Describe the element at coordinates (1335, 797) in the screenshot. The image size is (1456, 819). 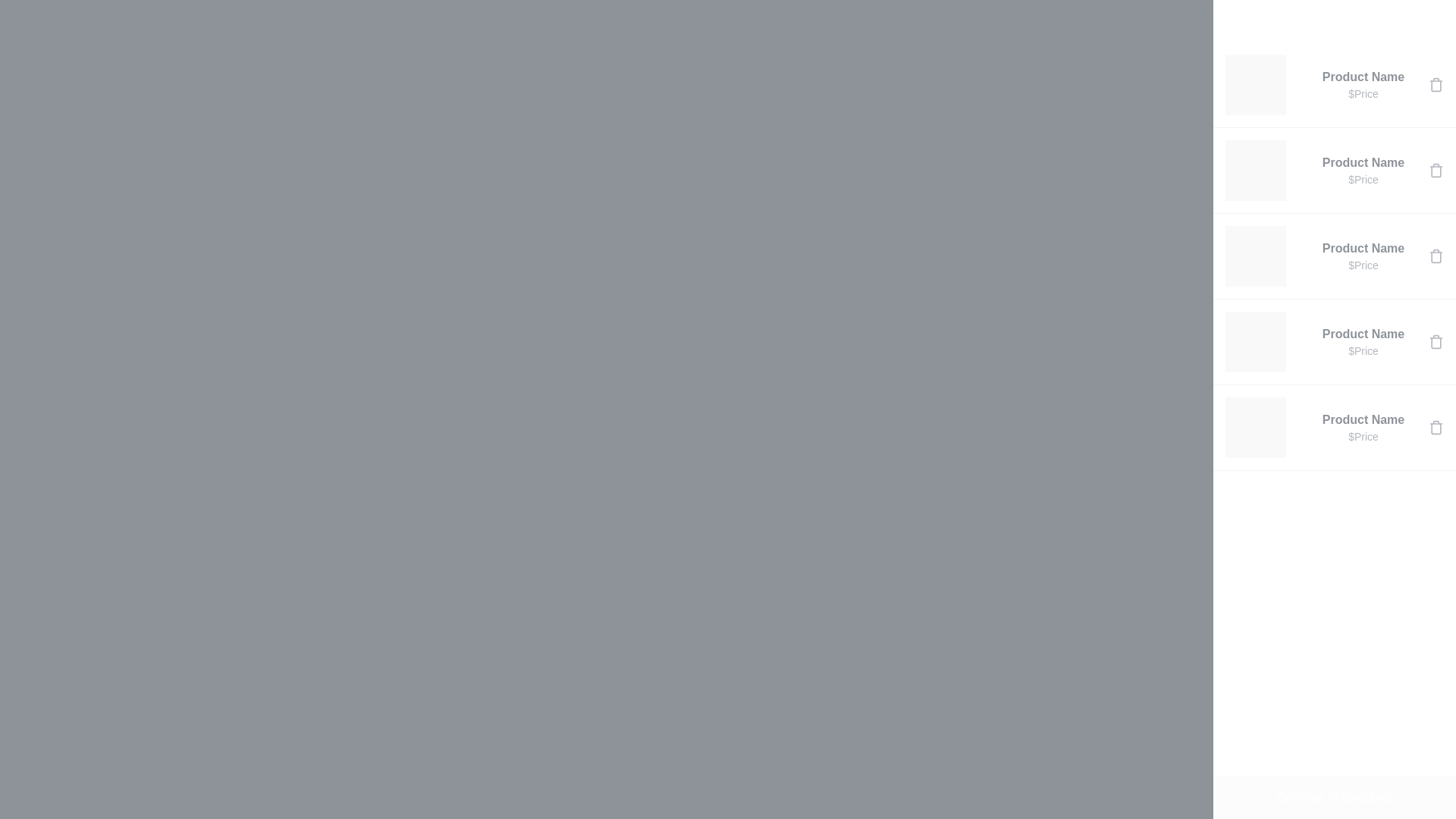
I see `the 'Continue to Checkout' button with keyboard focus using the keyboard navigation` at that location.